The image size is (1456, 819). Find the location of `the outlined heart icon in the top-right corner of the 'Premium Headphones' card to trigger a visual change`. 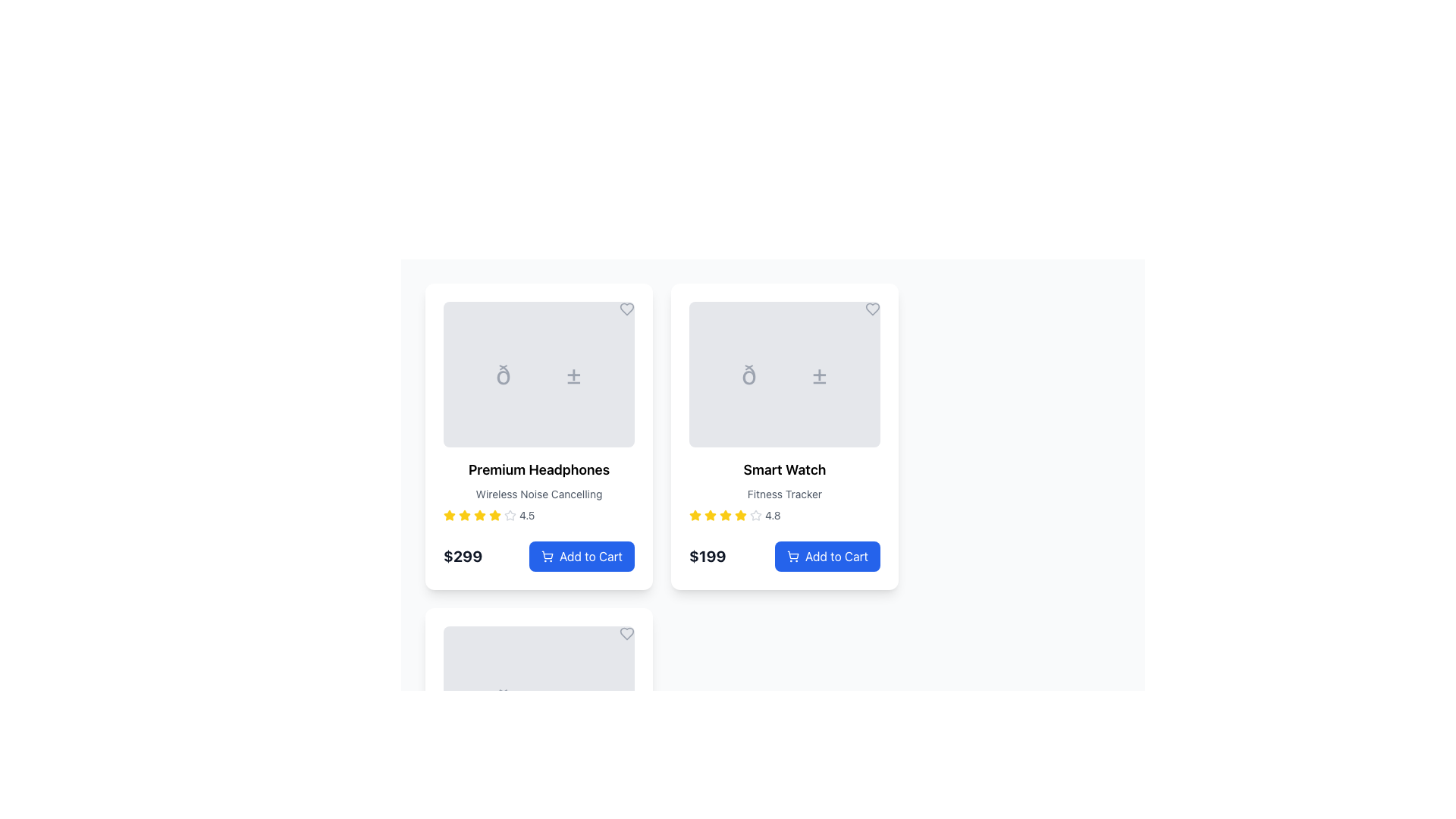

the outlined heart icon in the top-right corner of the 'Premium Headphones' card to trigger a visual change is located at coordinates (626, 309).